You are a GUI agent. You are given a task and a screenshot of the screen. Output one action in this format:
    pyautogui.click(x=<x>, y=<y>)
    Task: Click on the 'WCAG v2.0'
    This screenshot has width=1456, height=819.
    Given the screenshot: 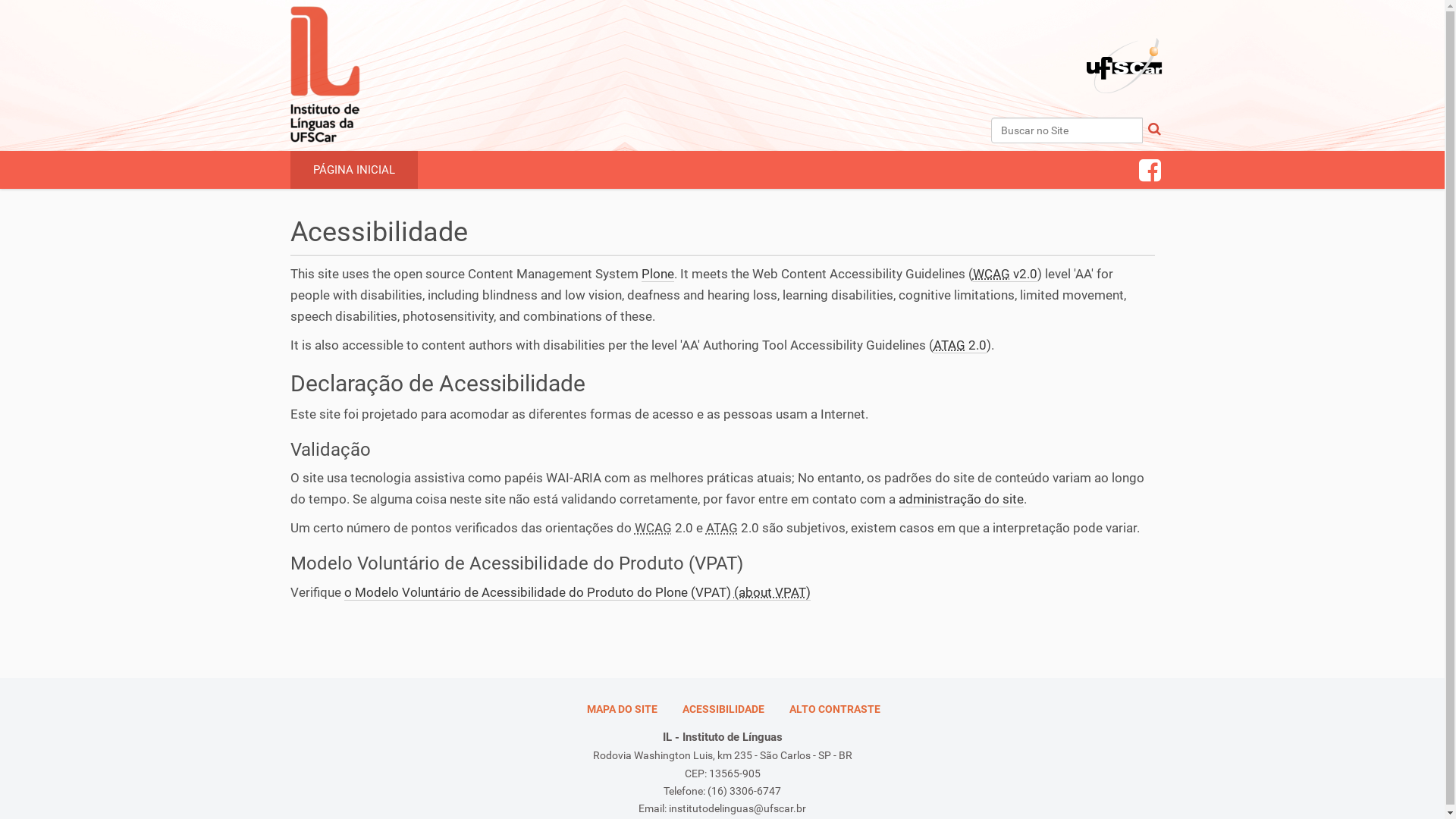 What is the action you would take?
    pyautogui.click(x=1004, y=274)
    